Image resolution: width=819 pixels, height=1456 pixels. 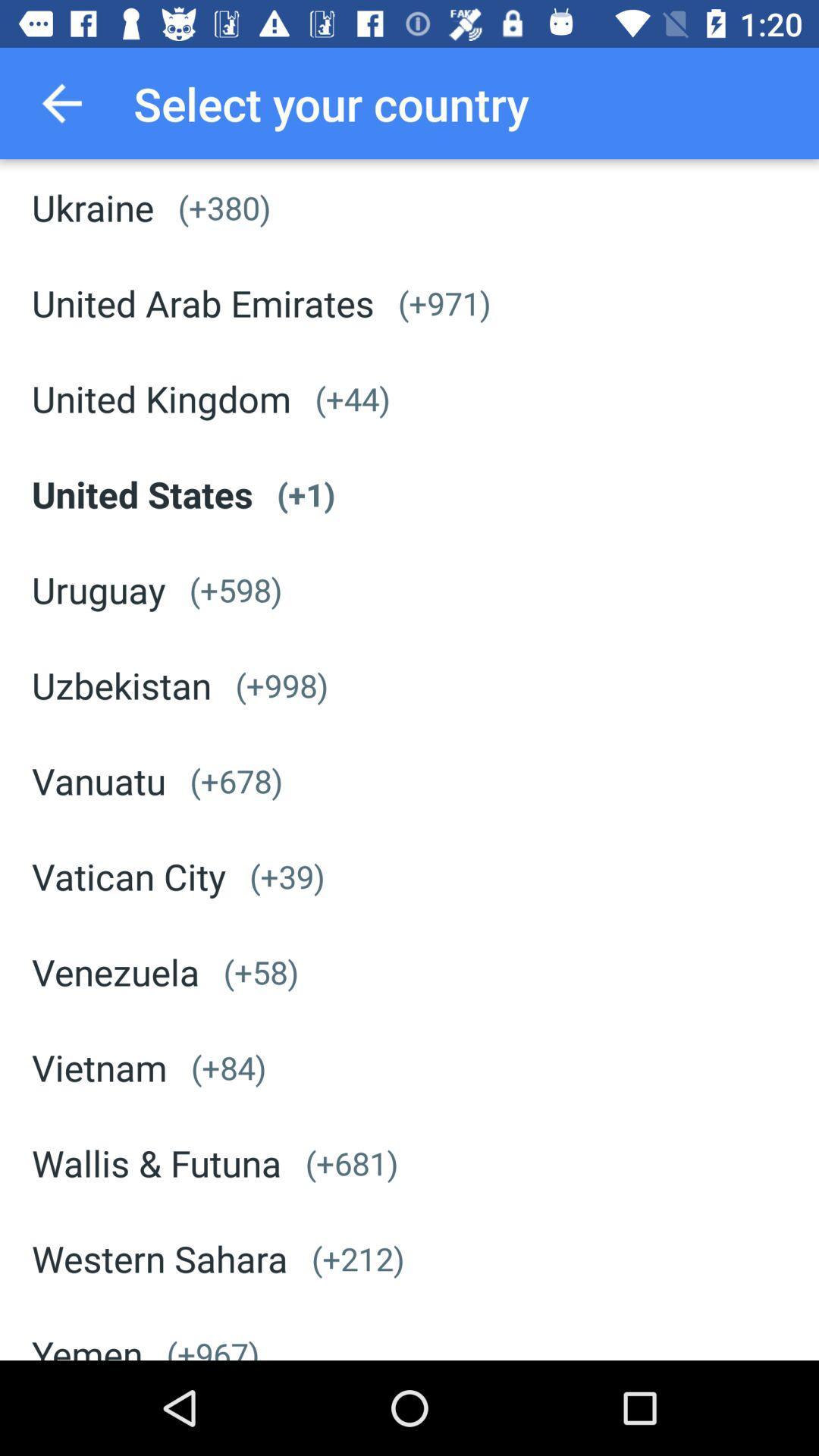 What do you see at coordinates (121, 684) in the screenshot?
I see `the uzbekistan item` at bounding box center [121, 684].